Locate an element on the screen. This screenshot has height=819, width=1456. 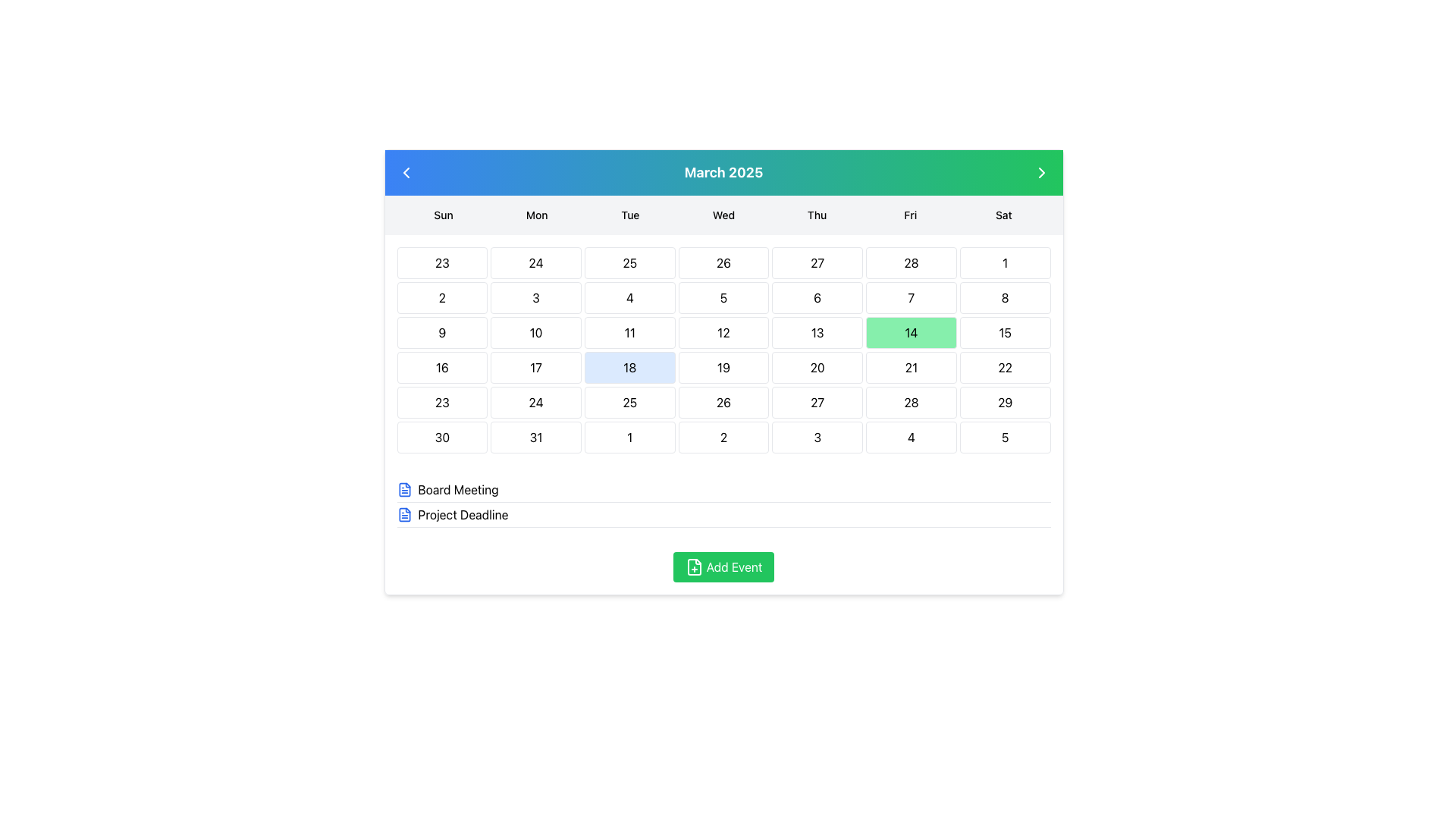
the 'Add Event' button located centrally at the bottom of the interface is located at coordinates (723, 567).